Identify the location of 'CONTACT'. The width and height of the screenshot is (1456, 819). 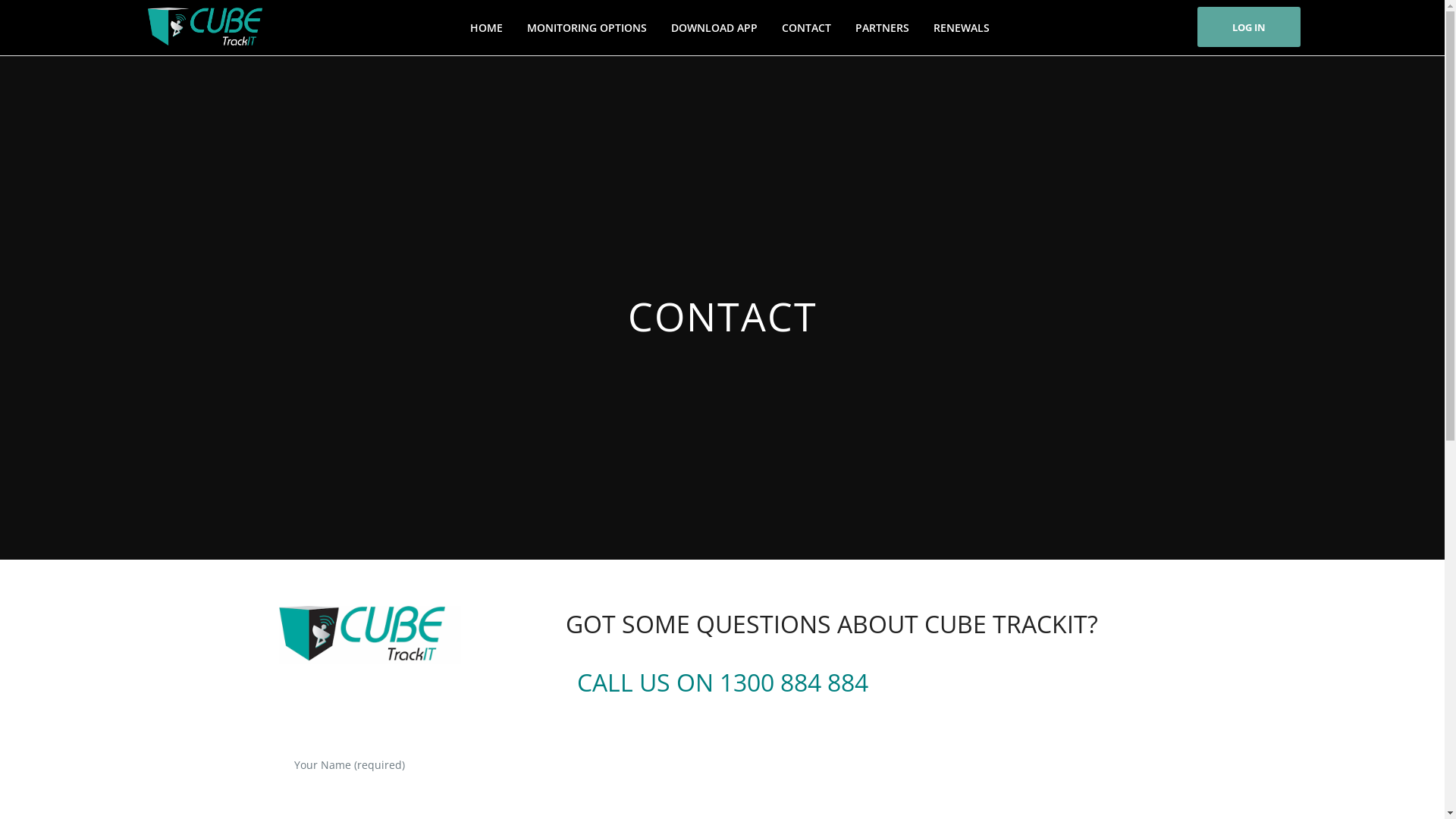
(805, 27).